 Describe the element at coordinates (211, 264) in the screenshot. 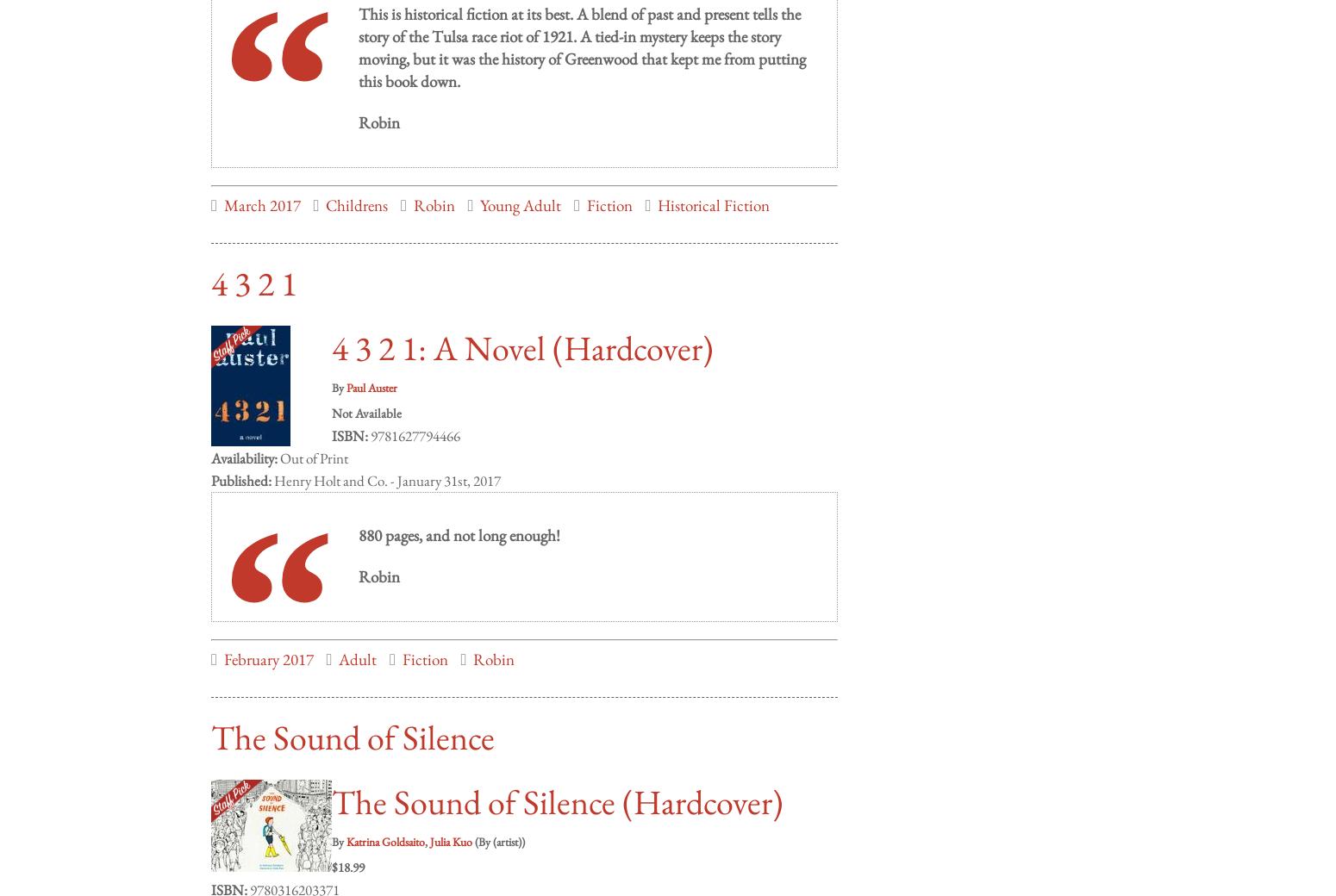

I see `'4 3 2 1'` at that location.